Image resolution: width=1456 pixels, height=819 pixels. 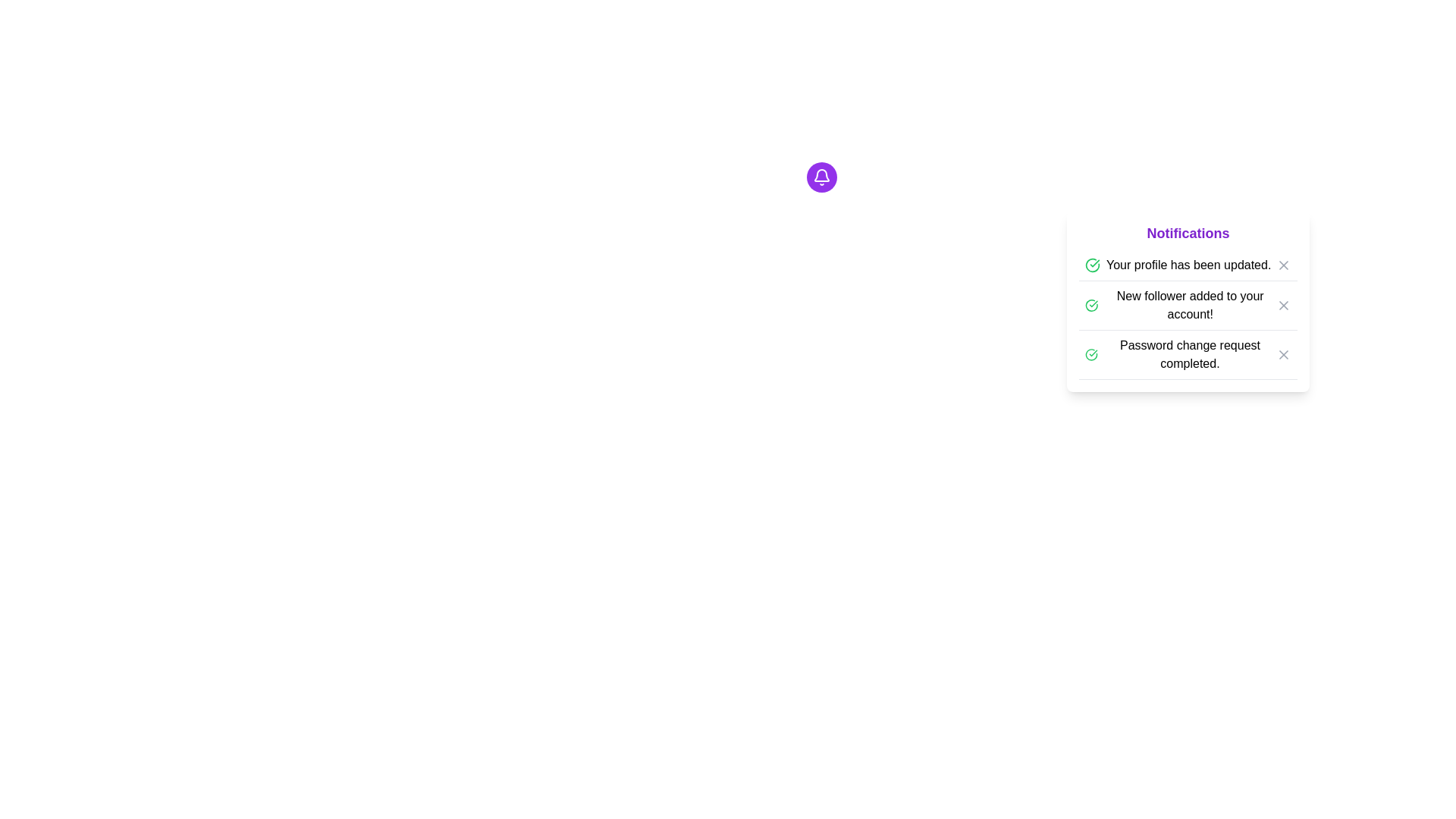 What do you see at coordinates (1187, 314) in the screenshot?
I see `notification alert displaying 'New follower added to your account!' which is the second notification in the Notifications panel` at bounding box center [1187, 314].